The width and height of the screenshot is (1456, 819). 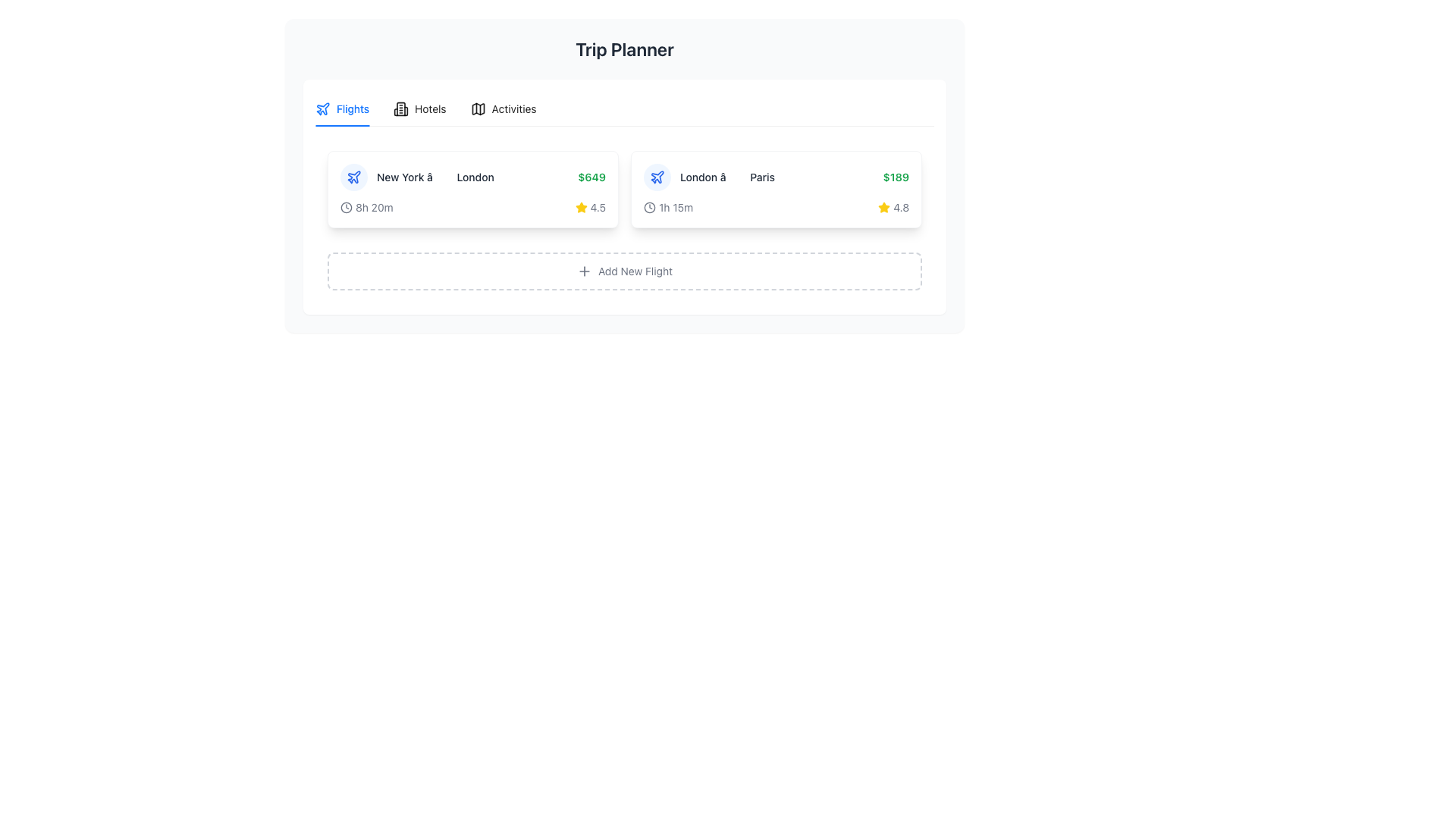 I want to click on flight route information displayed in the upper-right section of the flight planner interface, which indicates a flight from London to Paris, so click(x=708, y=177).